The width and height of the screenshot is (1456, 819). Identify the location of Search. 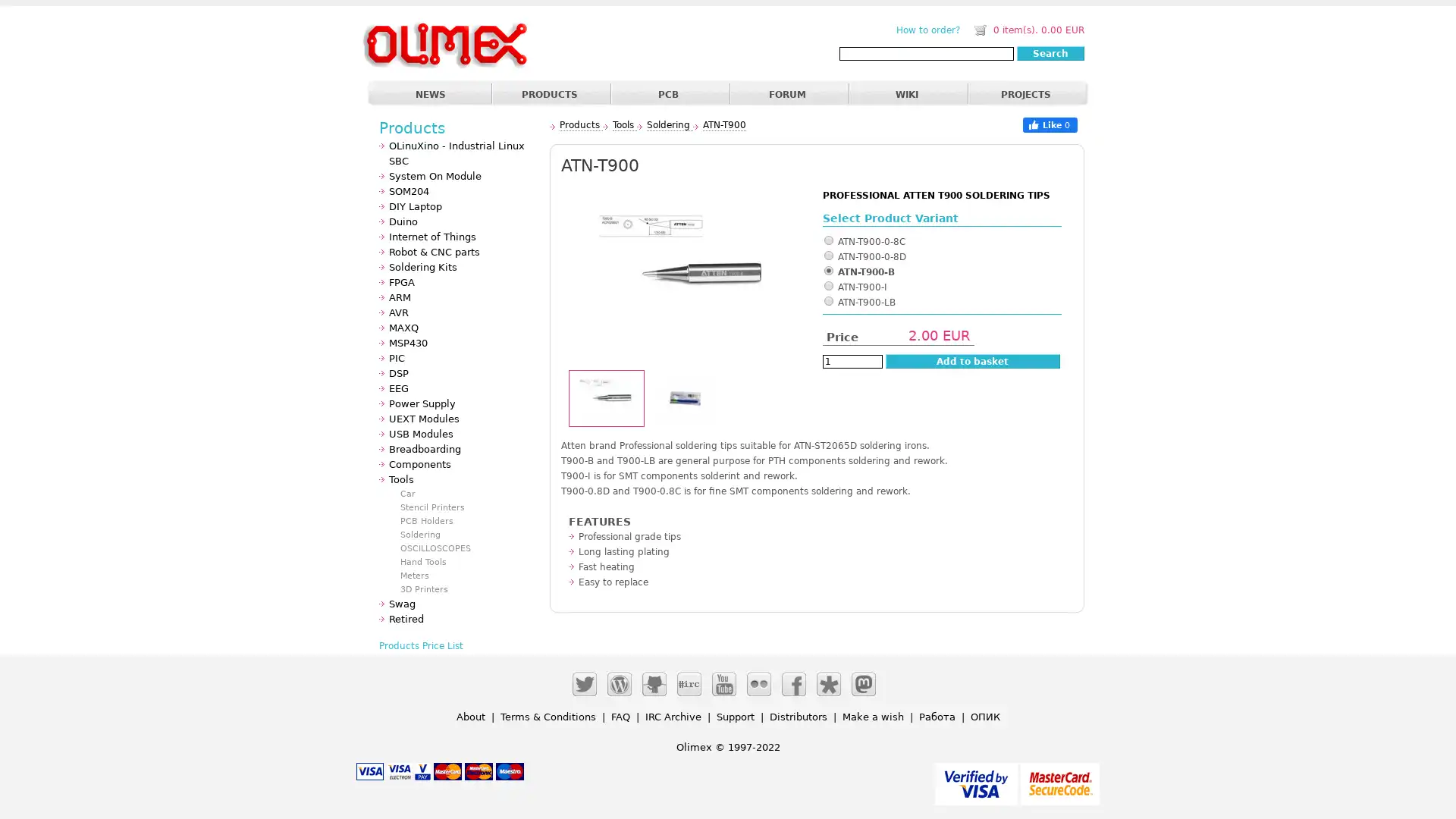
(1050, 52).